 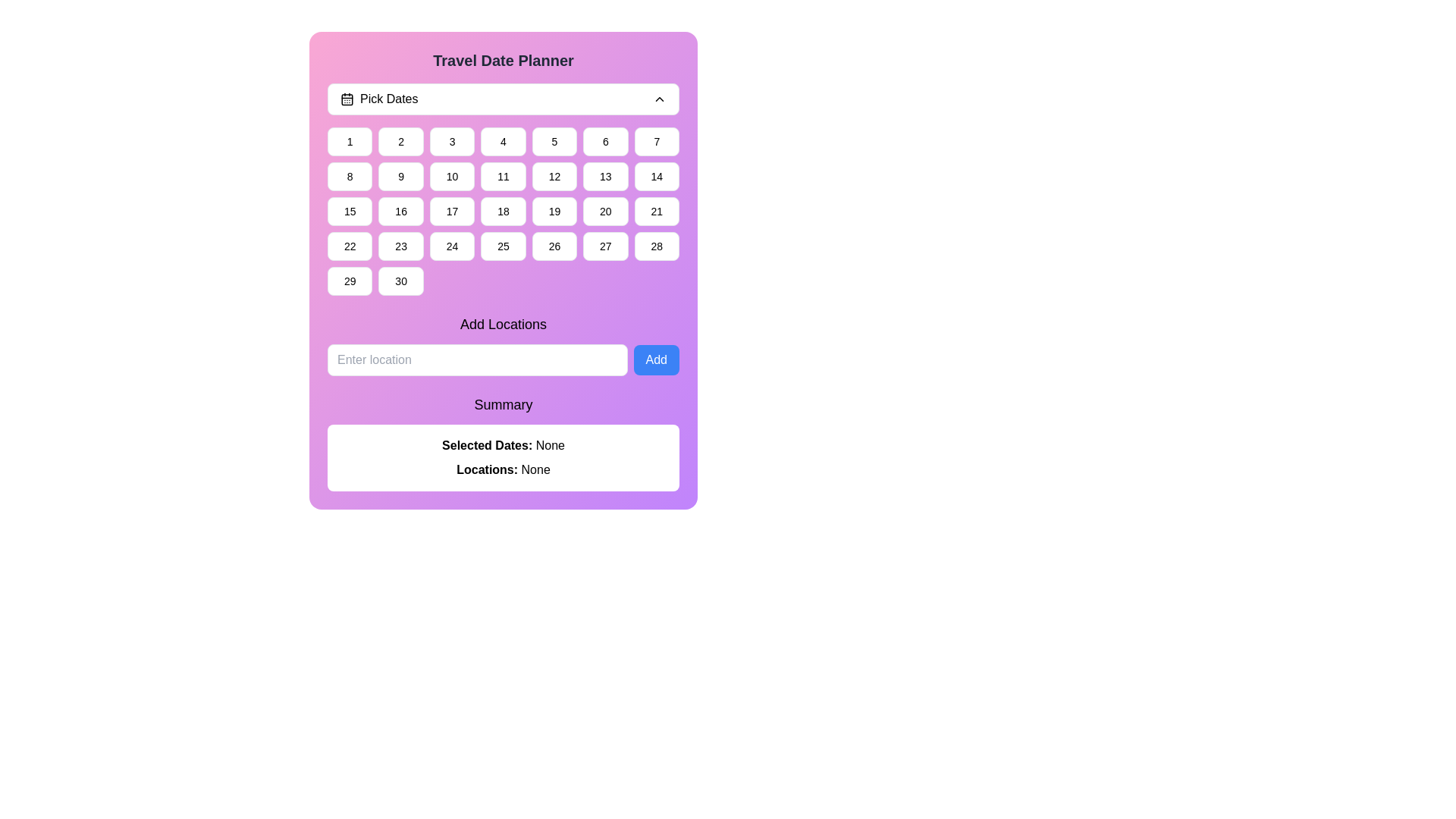 I want to click on the Informational text box located in the 'Summary' section, which summarizes the user's selections of dates and locations, so click(x=503, y=457).